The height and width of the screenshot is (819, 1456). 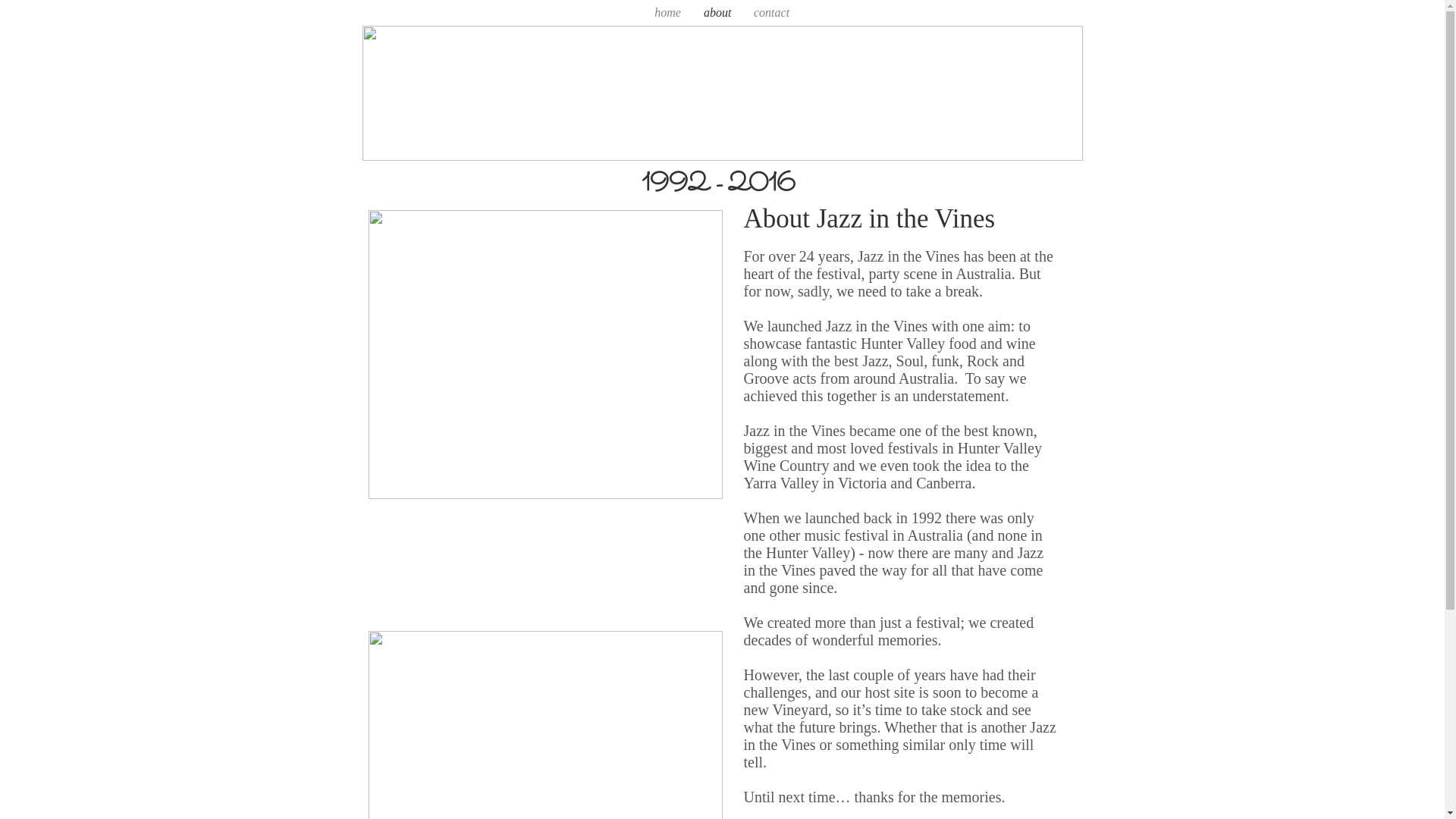 I want to click on 'contact', so click(x=742, y=12).